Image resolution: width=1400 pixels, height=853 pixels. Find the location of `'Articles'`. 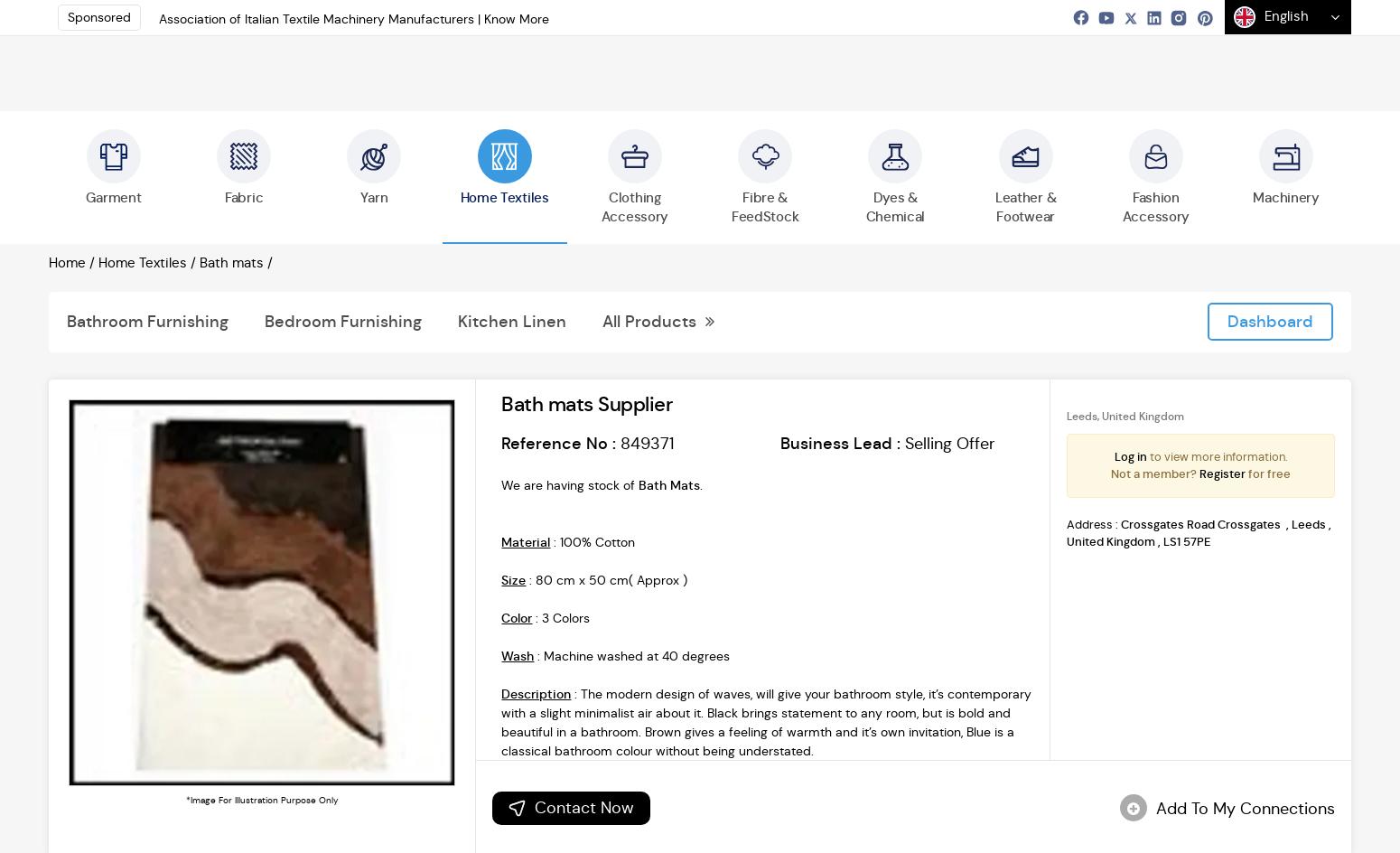

'Articles' is located at coordinates (880, 158).